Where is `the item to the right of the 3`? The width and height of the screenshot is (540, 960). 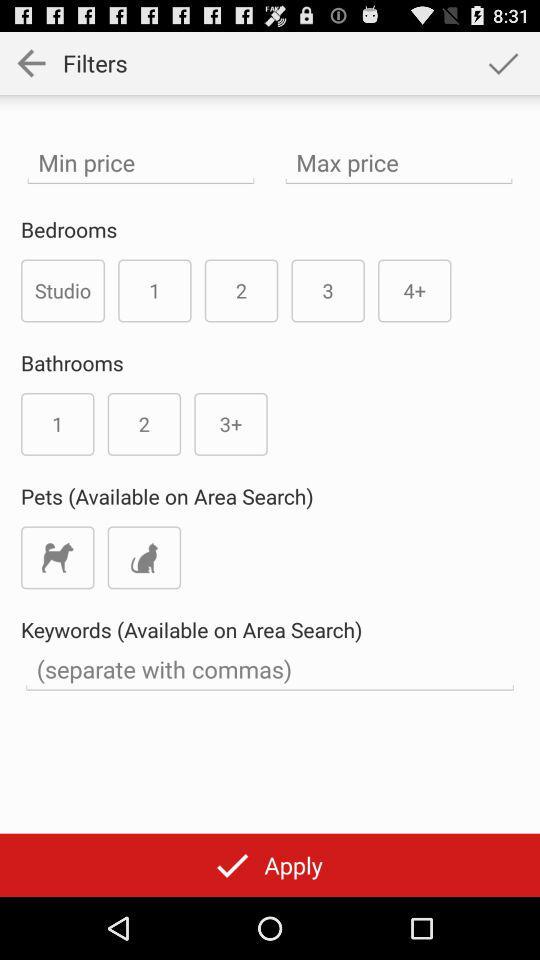 the item to the right of the 3 is located at coordinates (413, 289).